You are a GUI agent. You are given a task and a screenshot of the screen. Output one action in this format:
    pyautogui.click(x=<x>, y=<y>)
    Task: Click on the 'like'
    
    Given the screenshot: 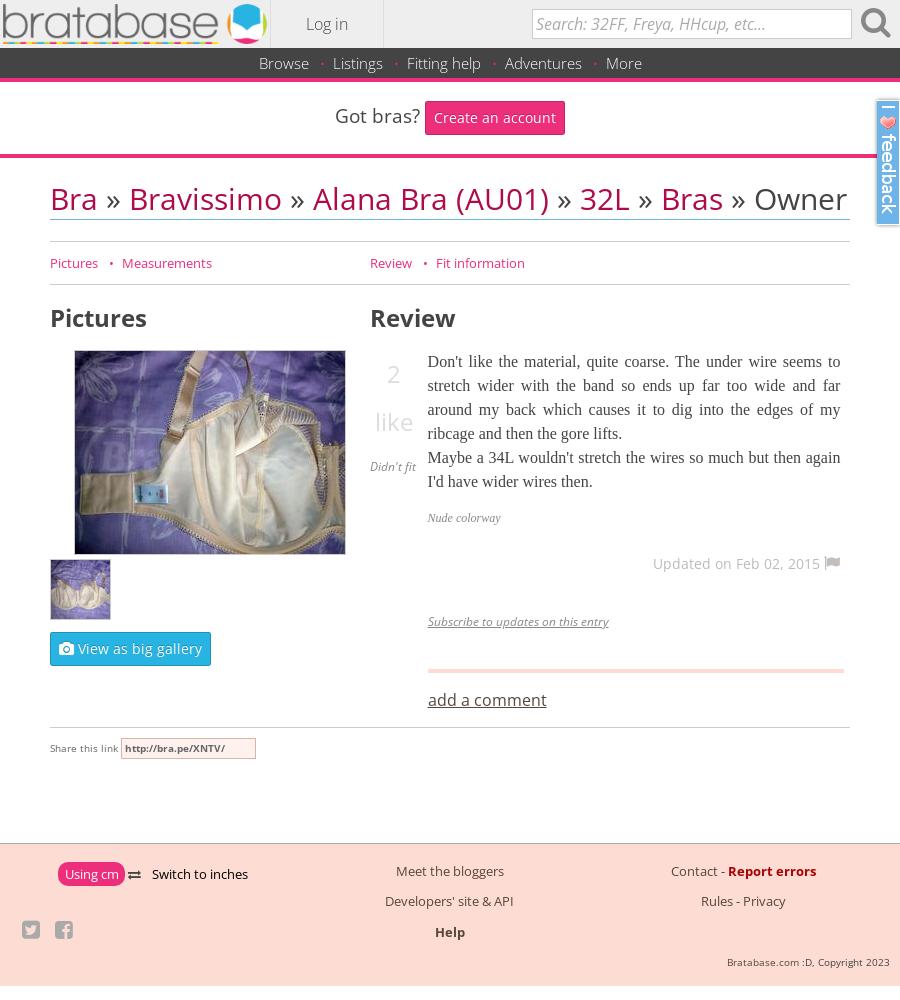 What is the action you would take?
    pyautogui.click(x=394, y=420)
    